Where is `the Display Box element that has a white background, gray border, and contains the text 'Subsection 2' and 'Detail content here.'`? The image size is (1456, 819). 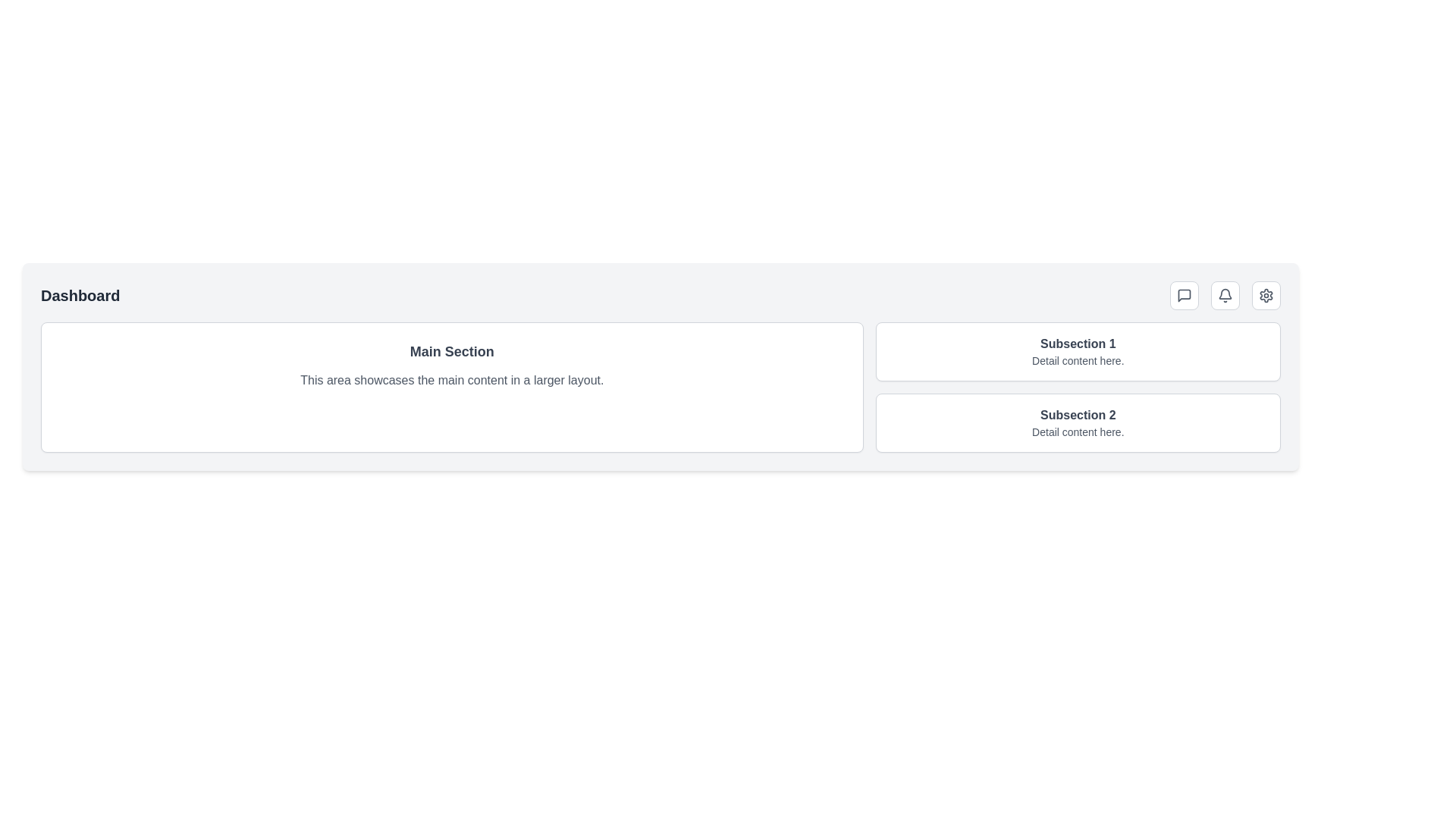
the Display Box element that has a white background, gray border, and contains the text 'Subsection 2' and 'Detail content here.' is located at coordinates (1077, 423).